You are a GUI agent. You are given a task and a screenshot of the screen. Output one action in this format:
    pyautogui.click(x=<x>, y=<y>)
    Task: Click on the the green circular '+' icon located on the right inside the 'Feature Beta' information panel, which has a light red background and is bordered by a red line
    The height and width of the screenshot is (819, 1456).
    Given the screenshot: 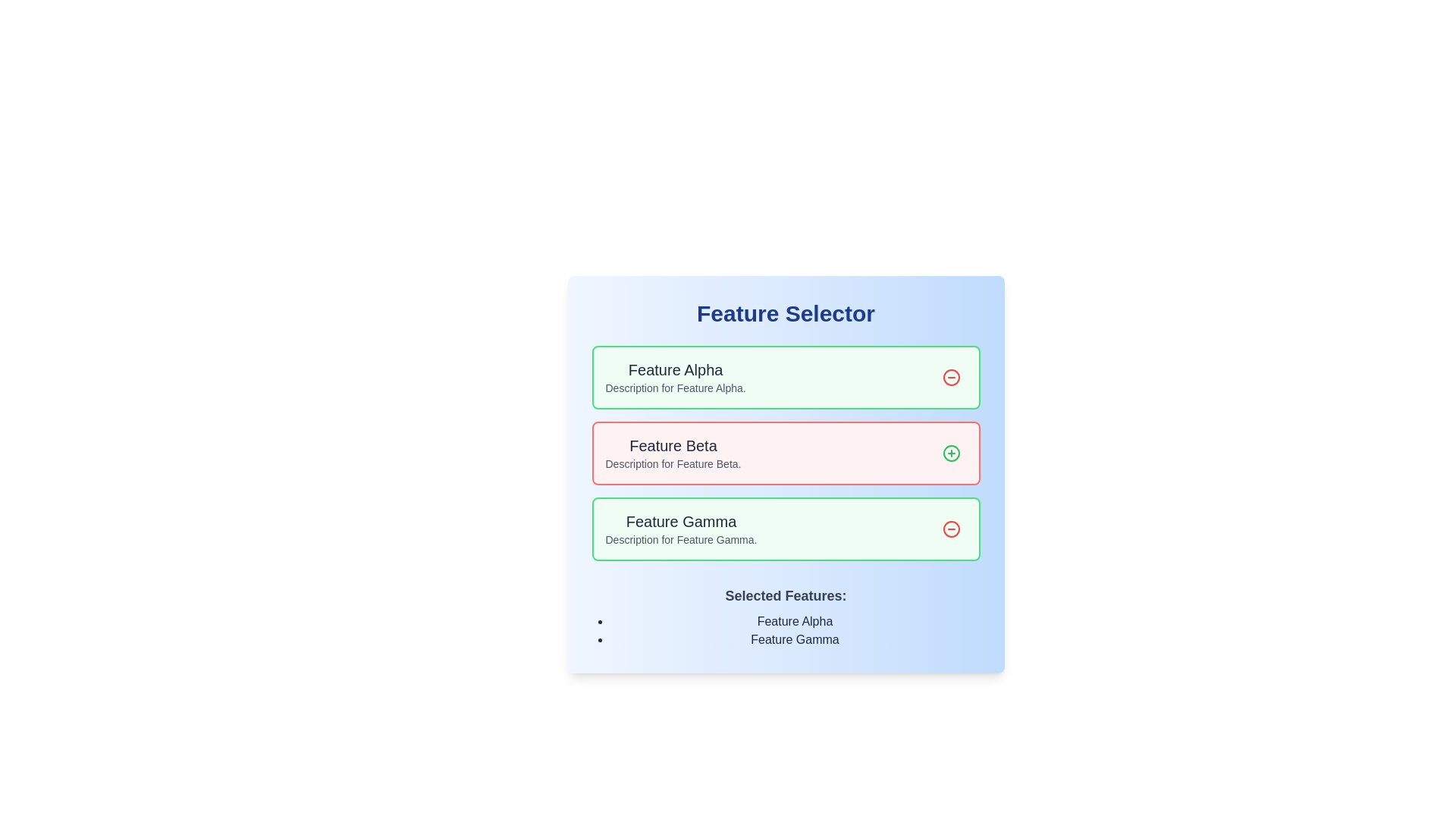 What is the action you would take?
    pyautogui.click(x=786, y=452)
    